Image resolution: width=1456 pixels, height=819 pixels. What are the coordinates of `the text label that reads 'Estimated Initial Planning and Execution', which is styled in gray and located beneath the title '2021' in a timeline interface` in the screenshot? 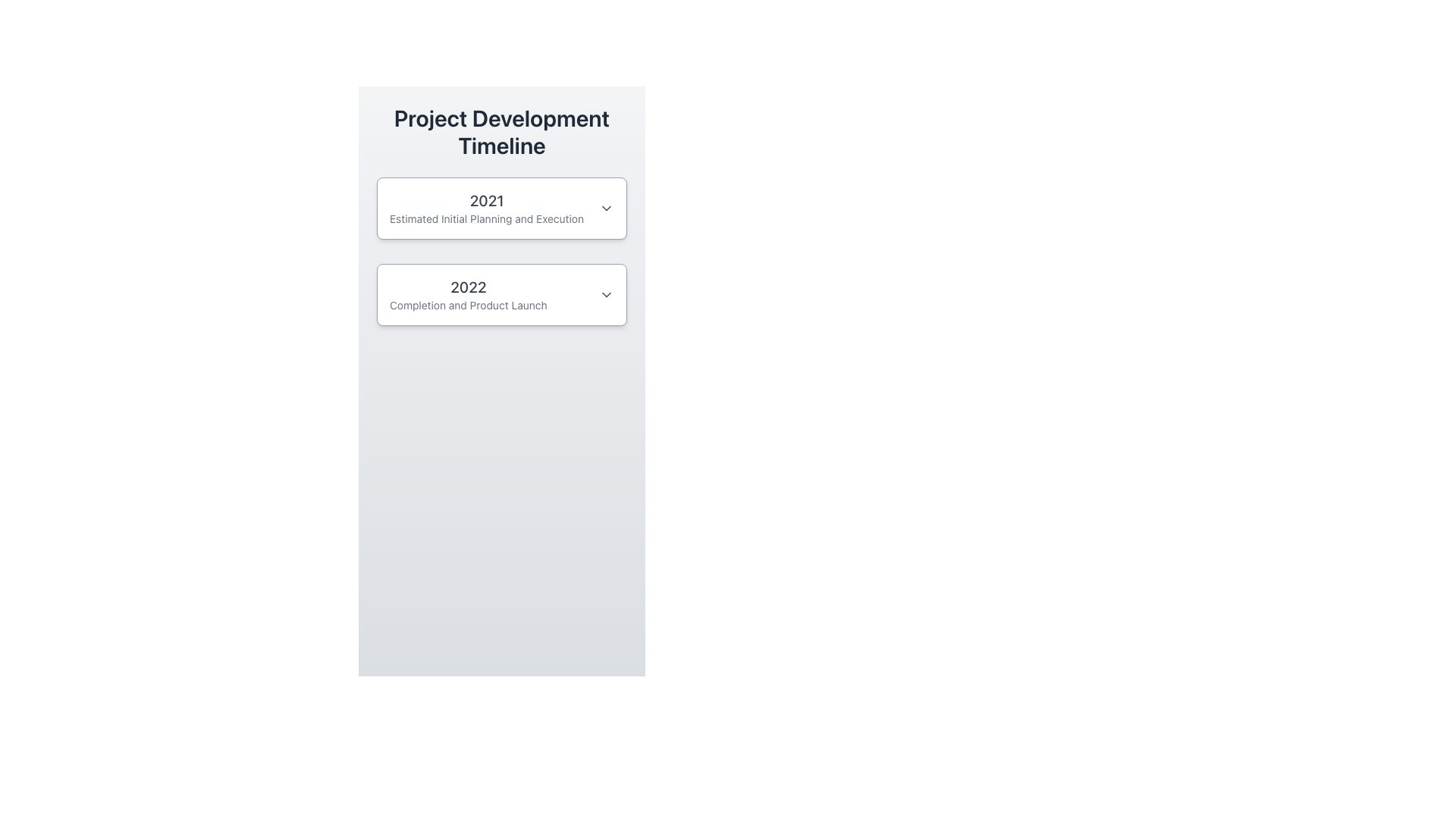 It's located at (487, 219).